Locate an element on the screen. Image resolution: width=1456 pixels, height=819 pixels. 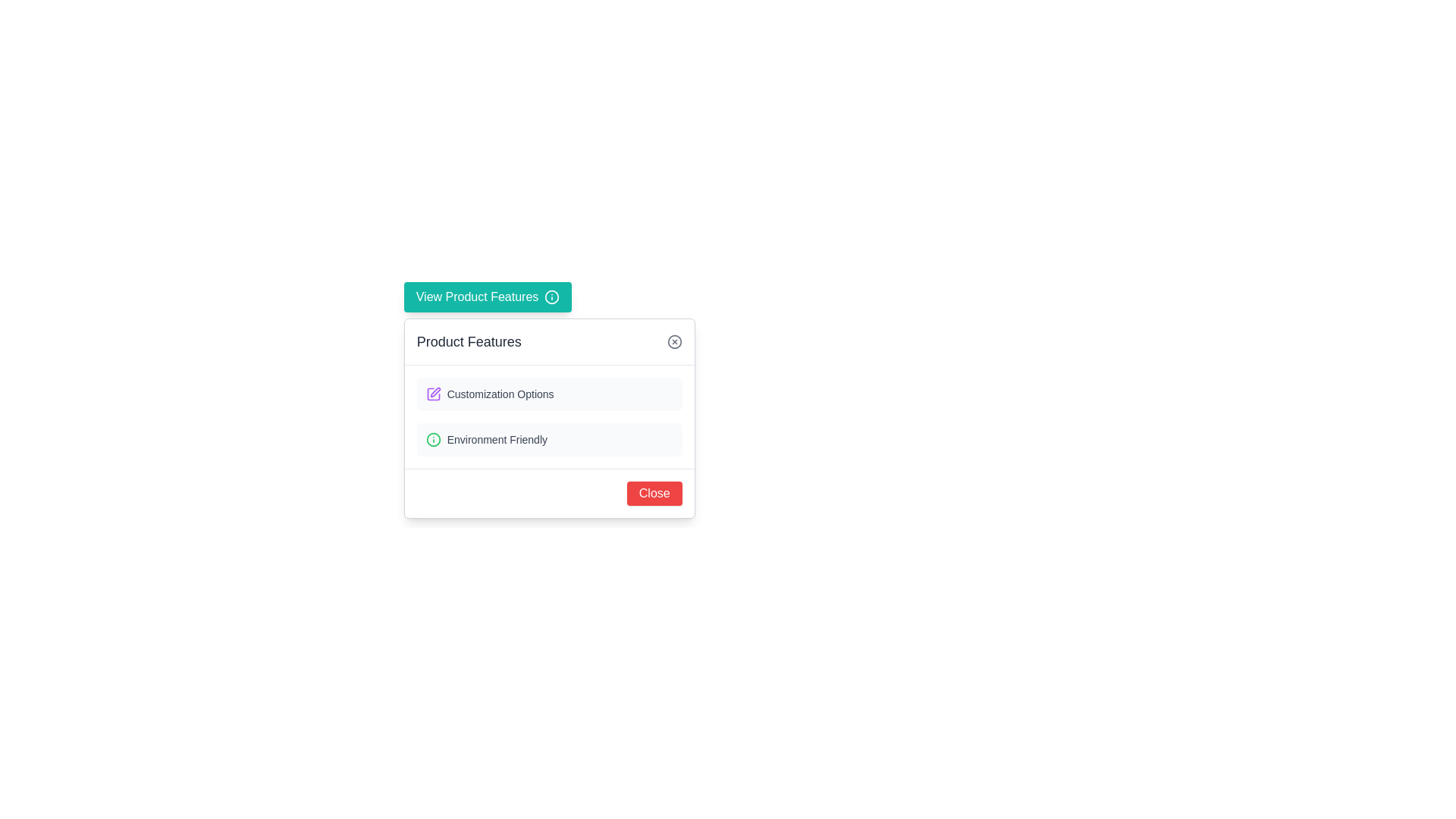
the edit or customization icon located to the left of the 'Customization Options' text in the 'Product Features' area is located at coordinates (432, 394).